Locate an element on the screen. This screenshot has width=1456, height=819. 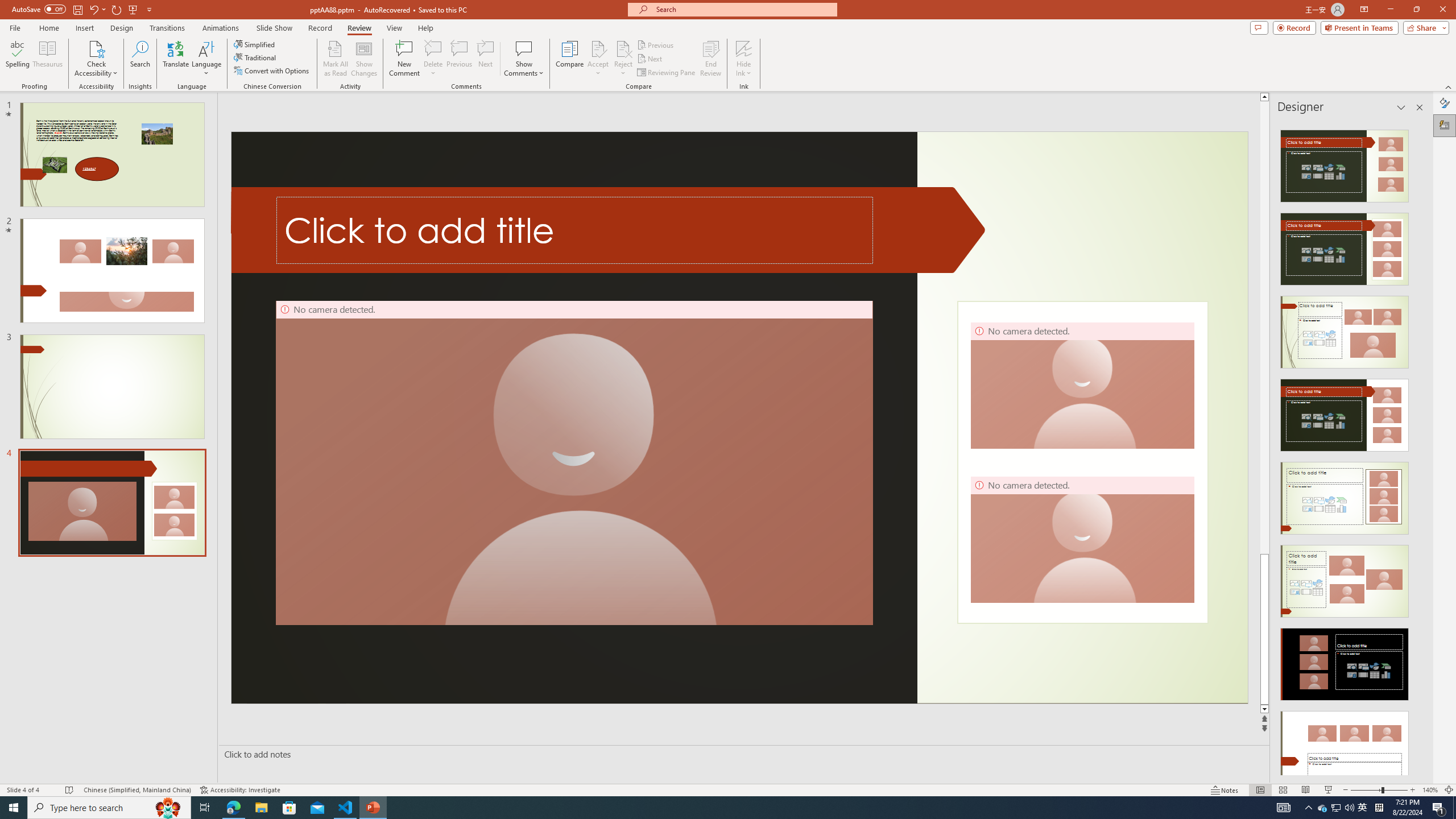
'Previous' is located at coordinates (656, 44).